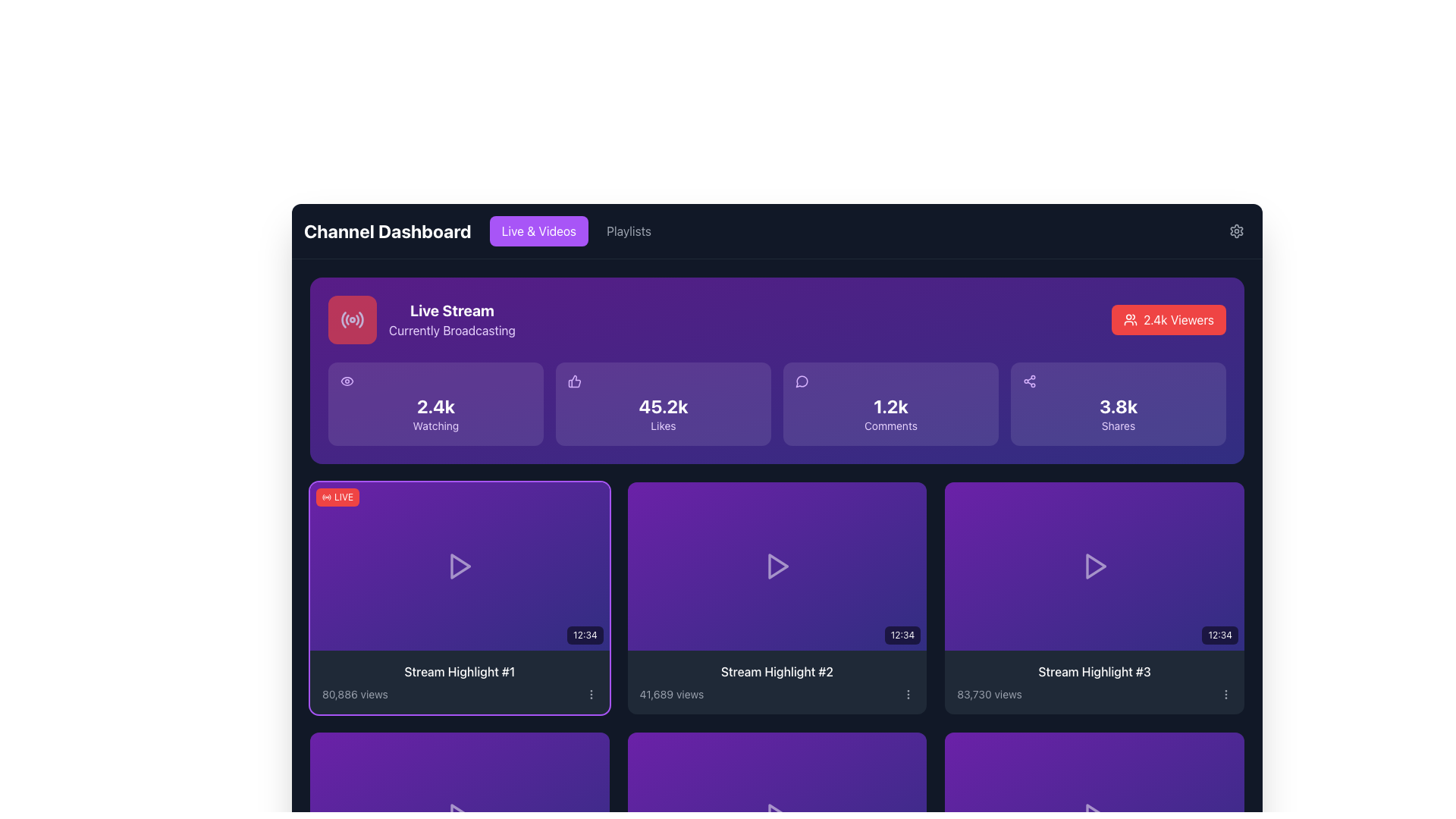  I want to click on the Text Display element that shows '3.8k' in bold white font on a purple background, located in the top right section of the dashboard, above the word 'Shares', so click(1118, 406).